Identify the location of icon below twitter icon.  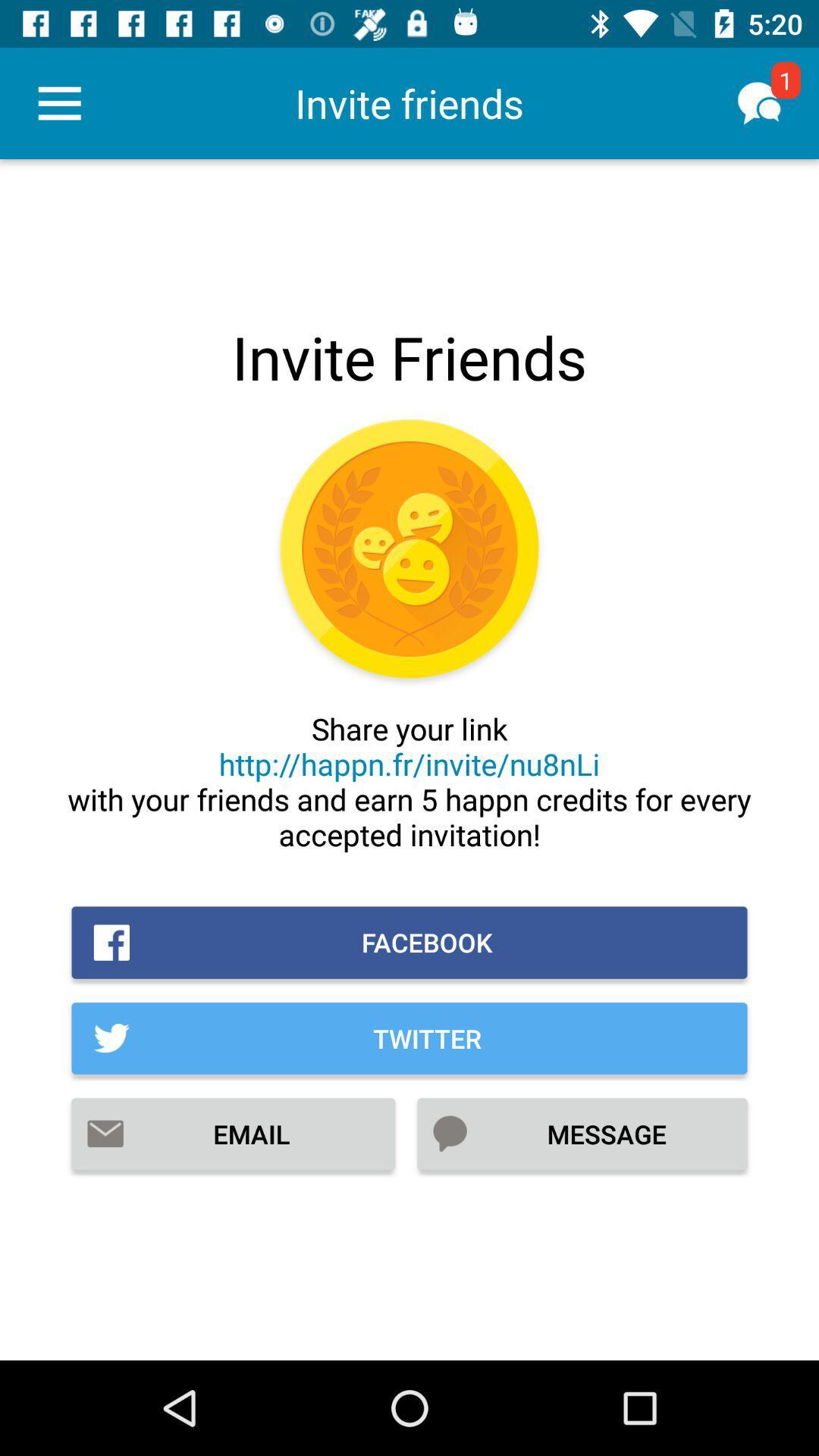
(233, 1134).